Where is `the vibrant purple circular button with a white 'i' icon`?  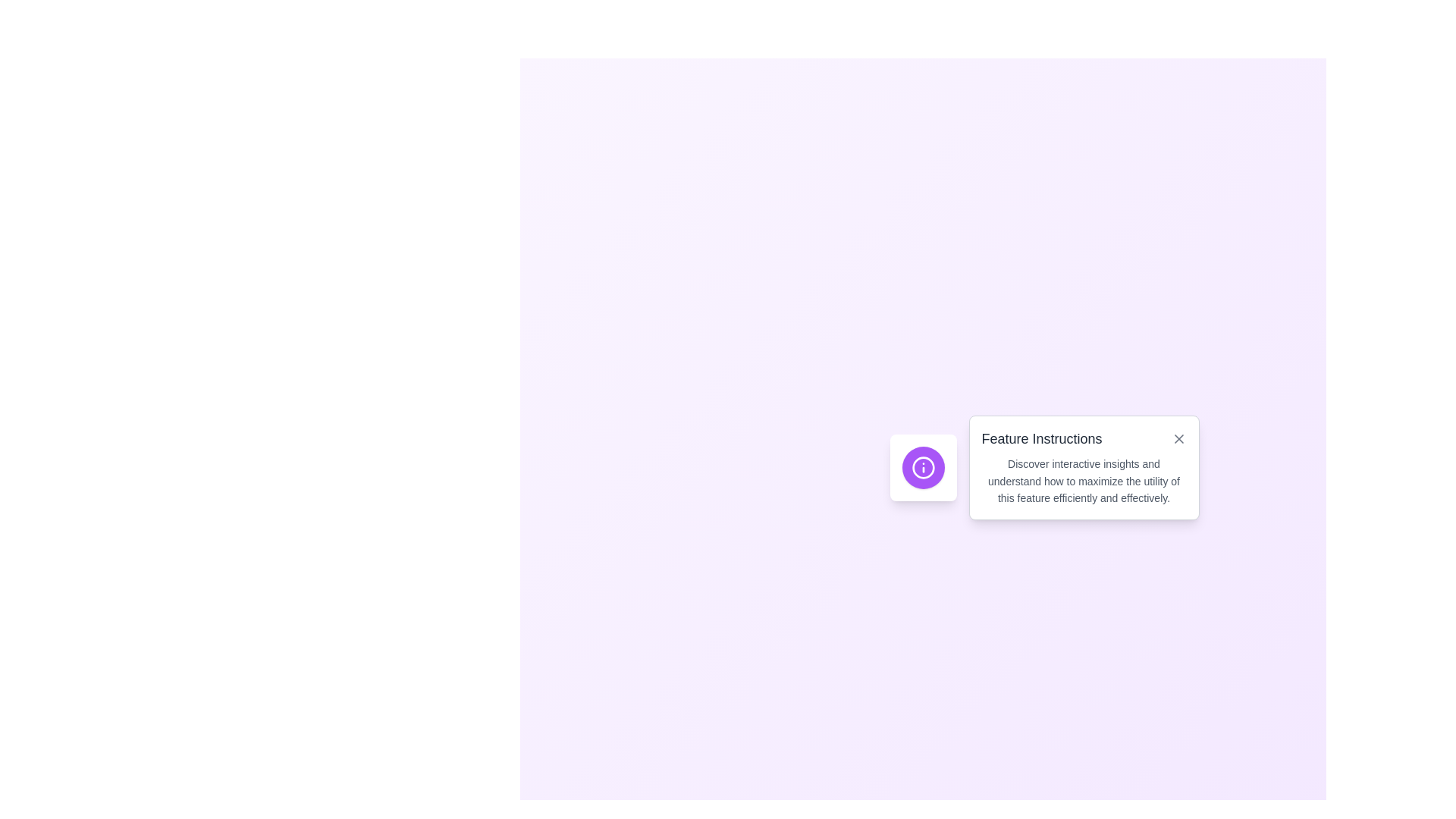 the vibrant purple circular button with a white 'i' icon is located at coordinates (922, 467).